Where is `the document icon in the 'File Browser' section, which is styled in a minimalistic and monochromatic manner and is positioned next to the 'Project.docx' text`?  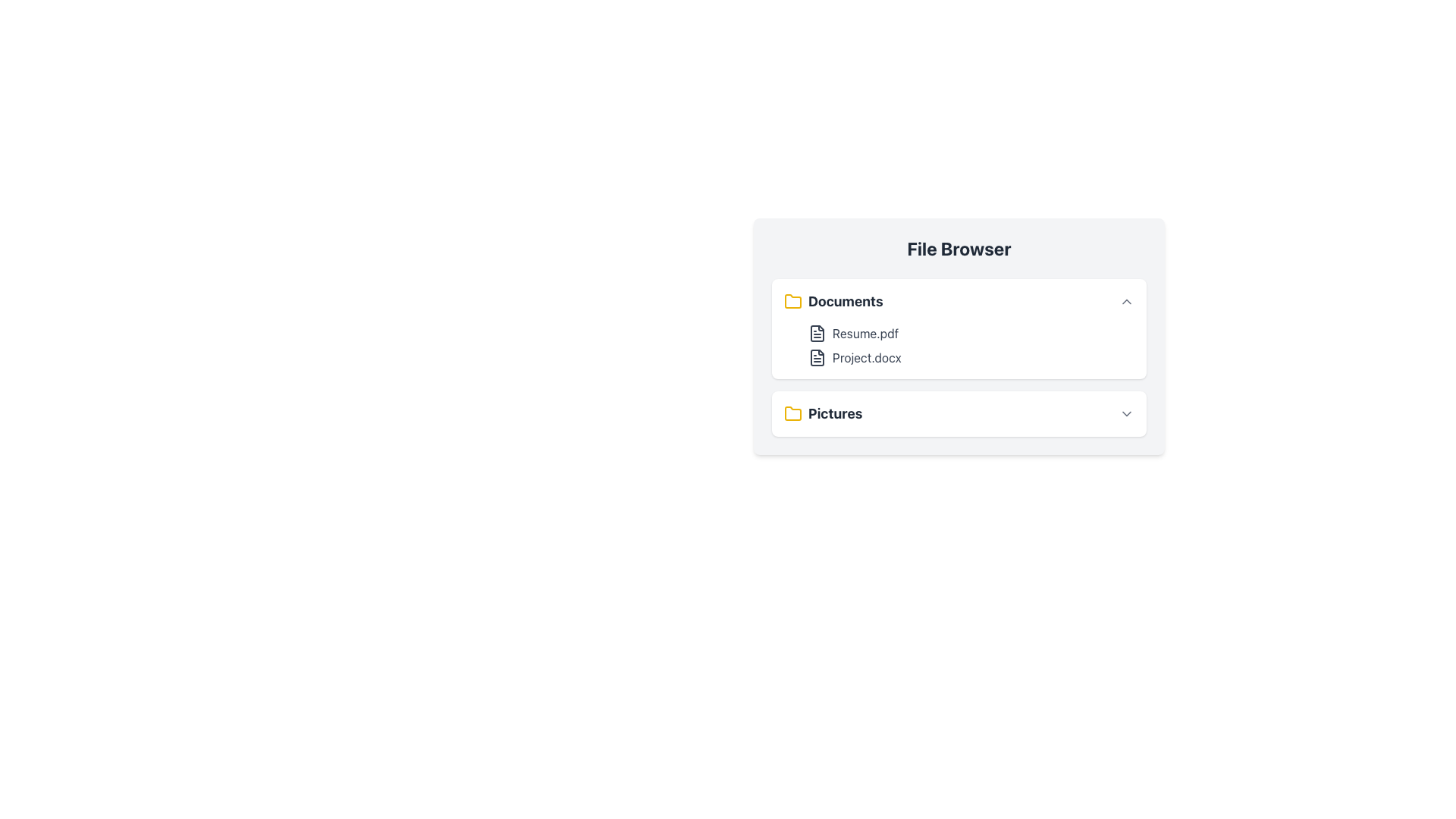 the document icon in the 'File Browser' section, which is styled in a minimalistic and monochromatic manner and is positioned next to the 'Project.docx' text is located at coordinates (817, 332).